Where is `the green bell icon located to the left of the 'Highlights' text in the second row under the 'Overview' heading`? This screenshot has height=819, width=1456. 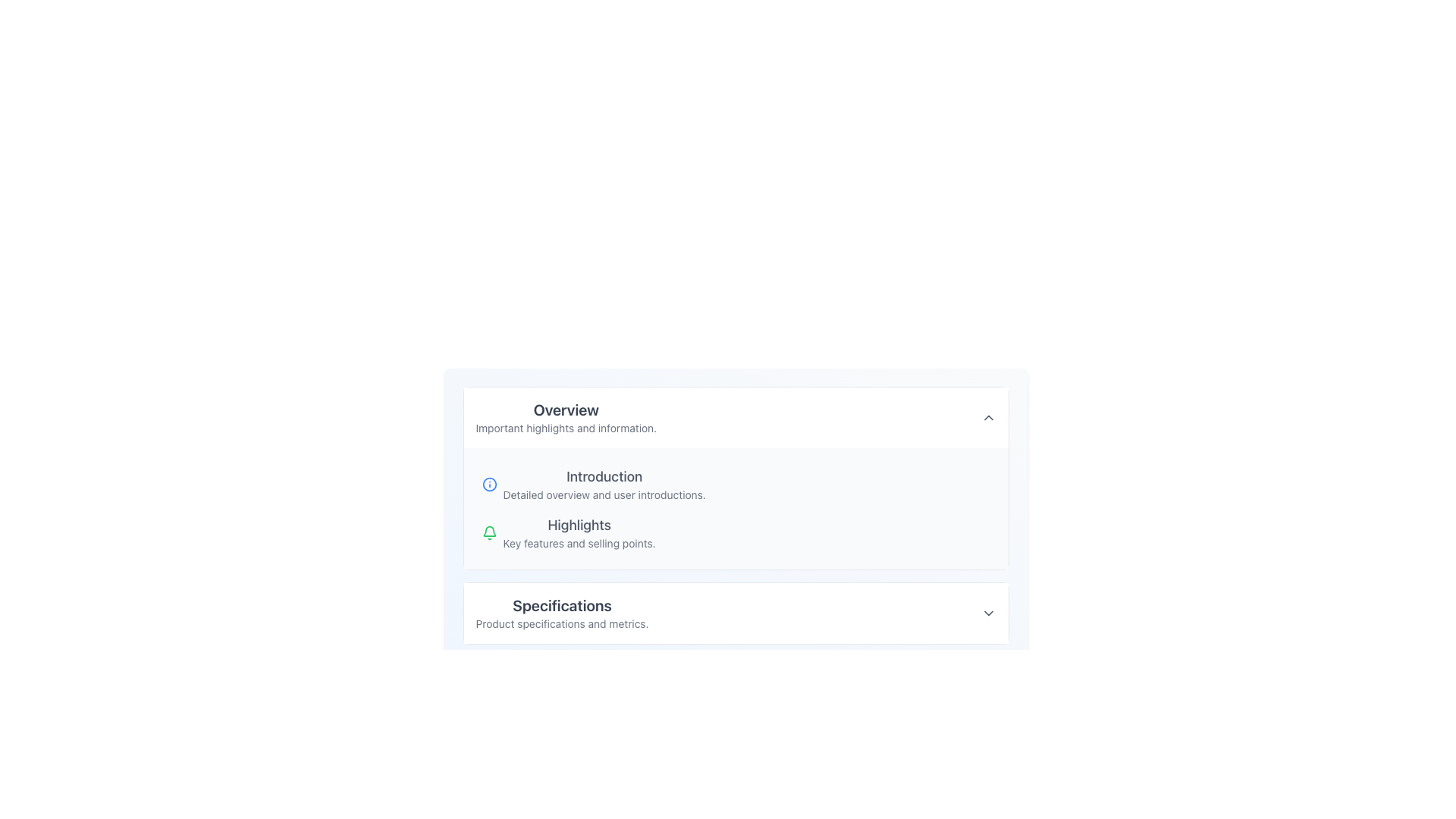
the green bell icon located to the left of the 'Highlights' text in the second row under the 'Overview' heading is located at coordinates (489, 532).